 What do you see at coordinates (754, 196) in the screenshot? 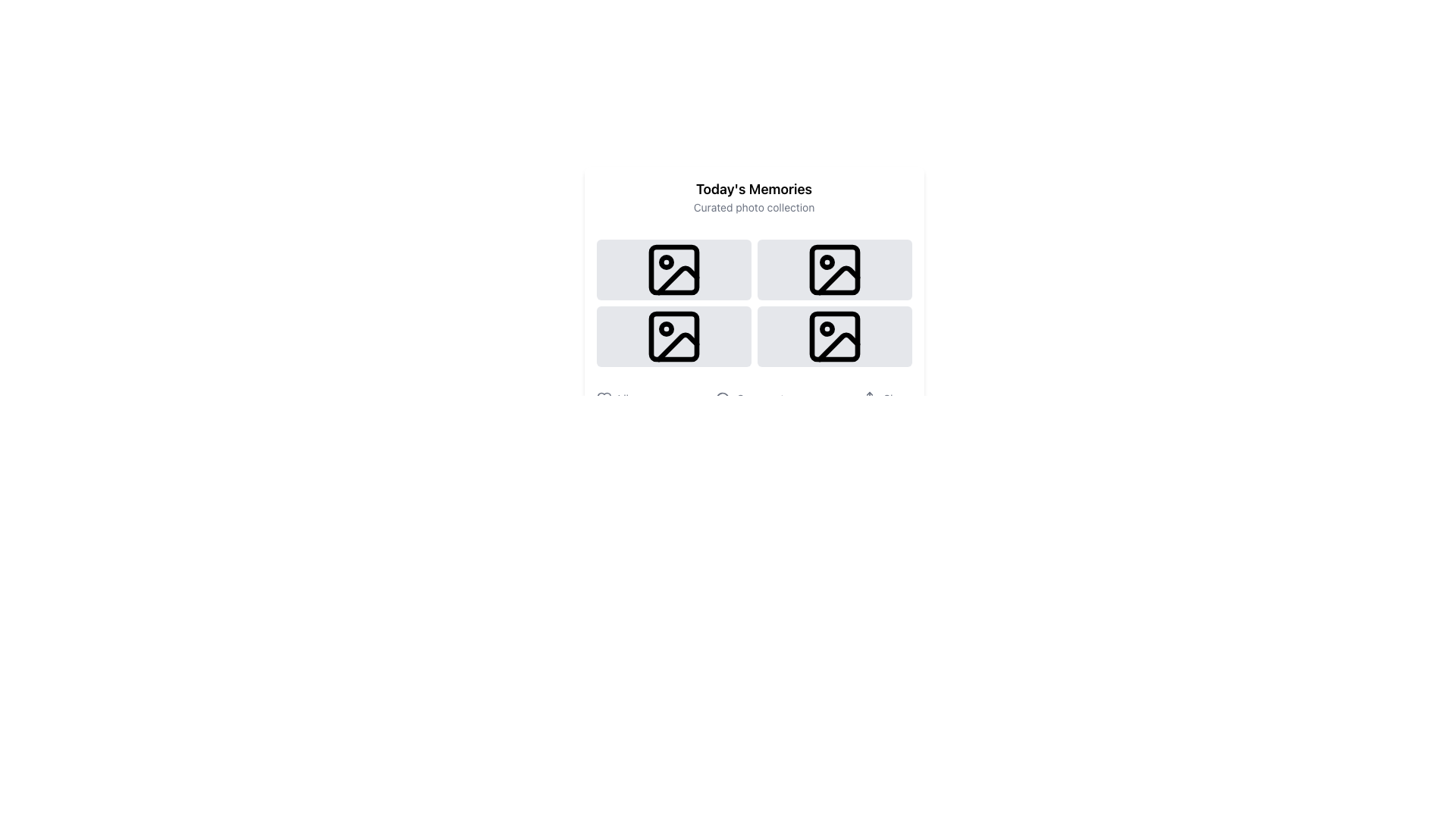
I see `the text block titled 'Today's Memories' which serves as the header for the curated photo collection` at bounding box center [754, 196].